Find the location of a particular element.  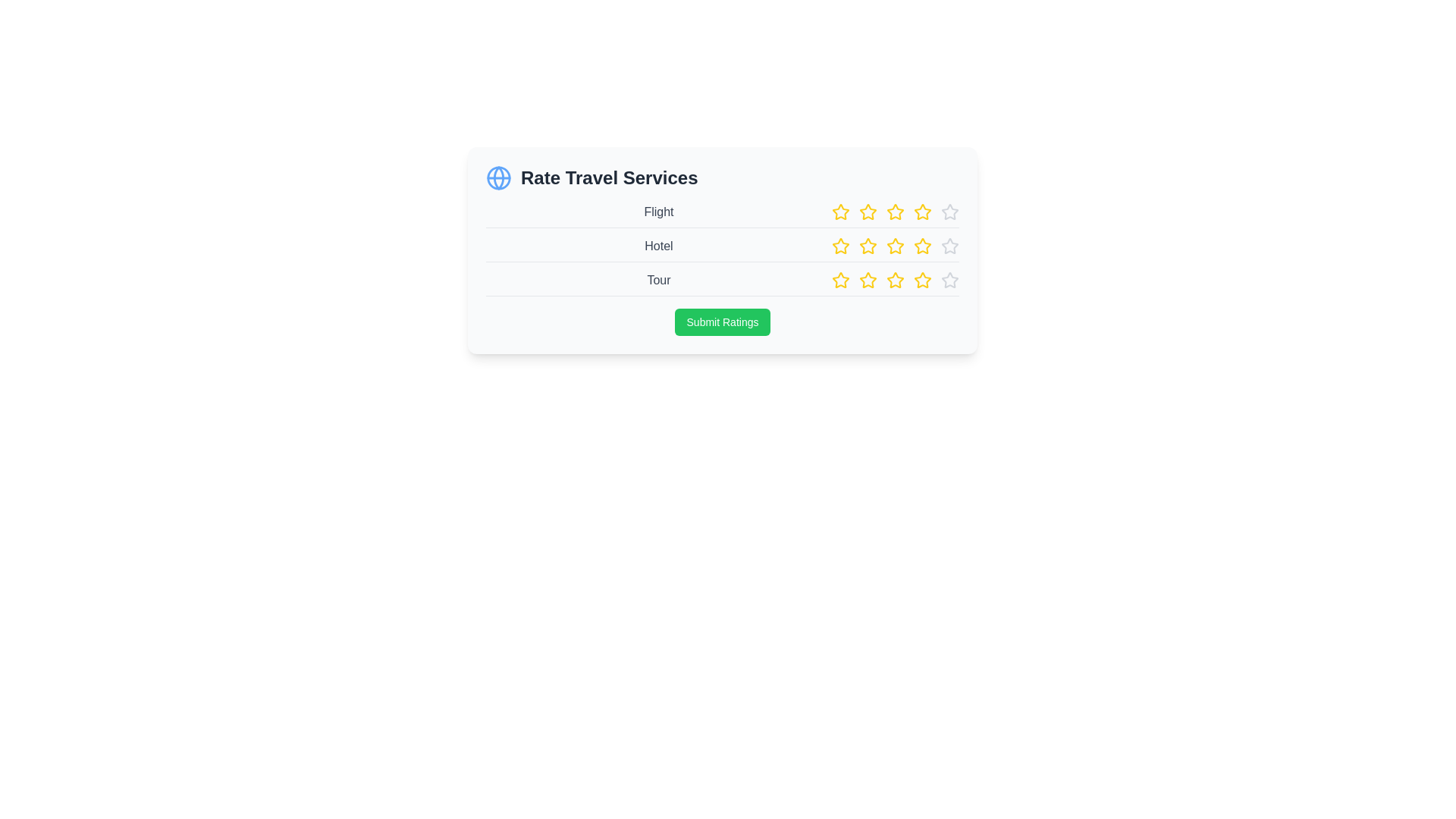

the third star rating button in the 'Tour' category is located at coordinates (868, 281).